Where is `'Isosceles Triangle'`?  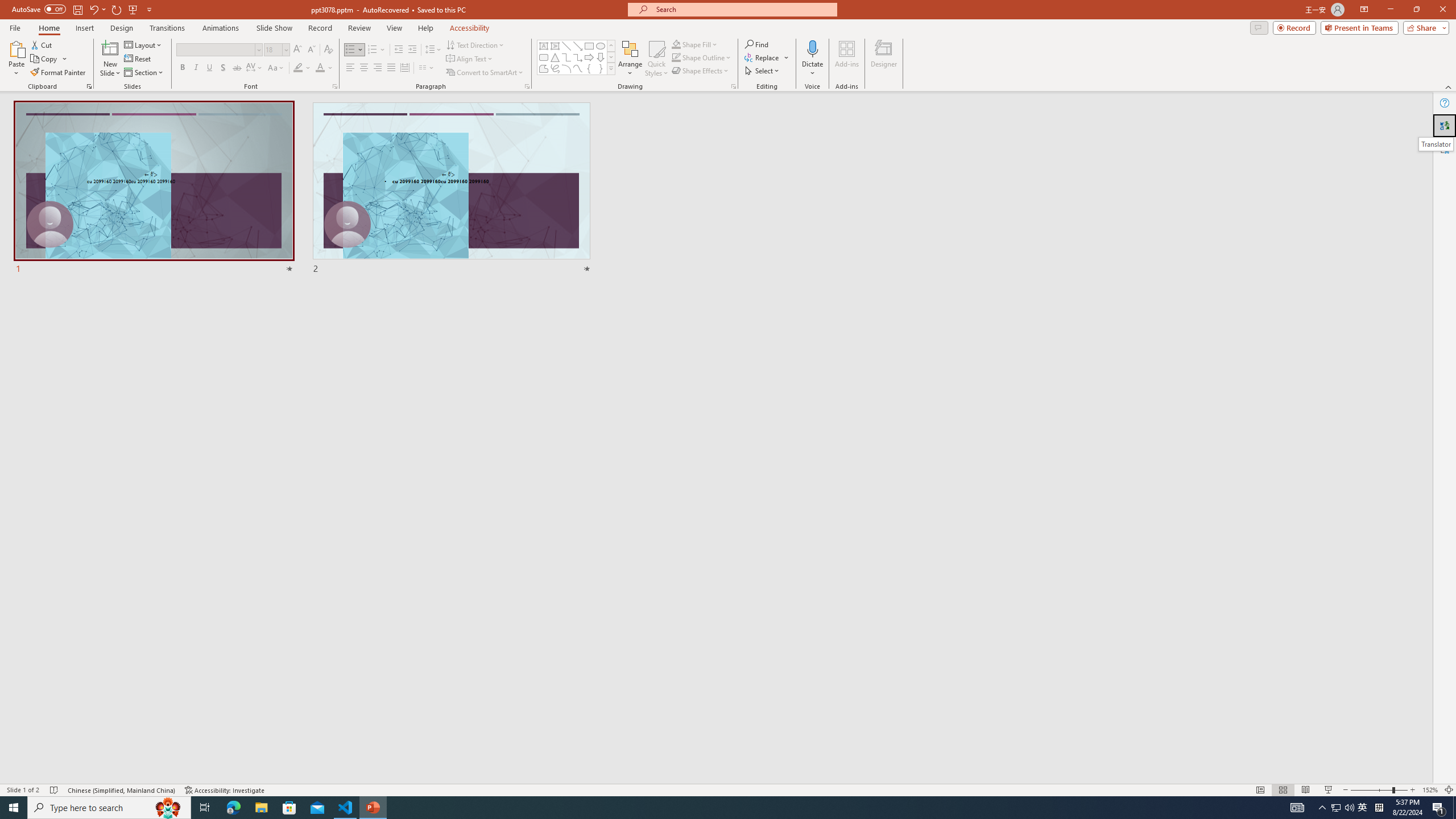 'Isosceles Triangle' is located at coordinates (554, 56).